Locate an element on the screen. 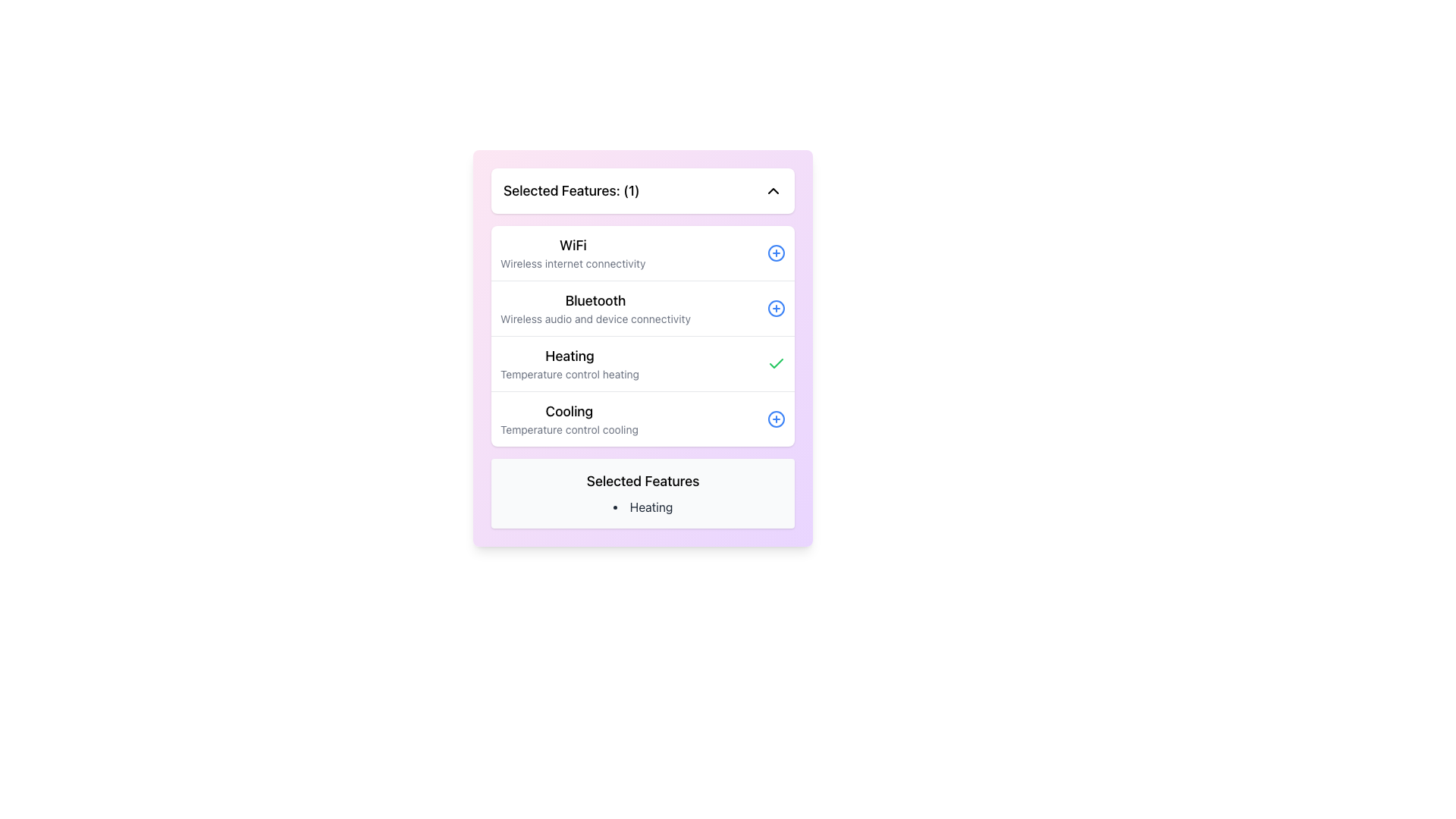 The image size is (1456, 819). the 'Bluetooth' text label that provides information about 'Wireless audio and device connectivity', positioned as the second item in the vertical list of features is located at coordinates (595, 308).